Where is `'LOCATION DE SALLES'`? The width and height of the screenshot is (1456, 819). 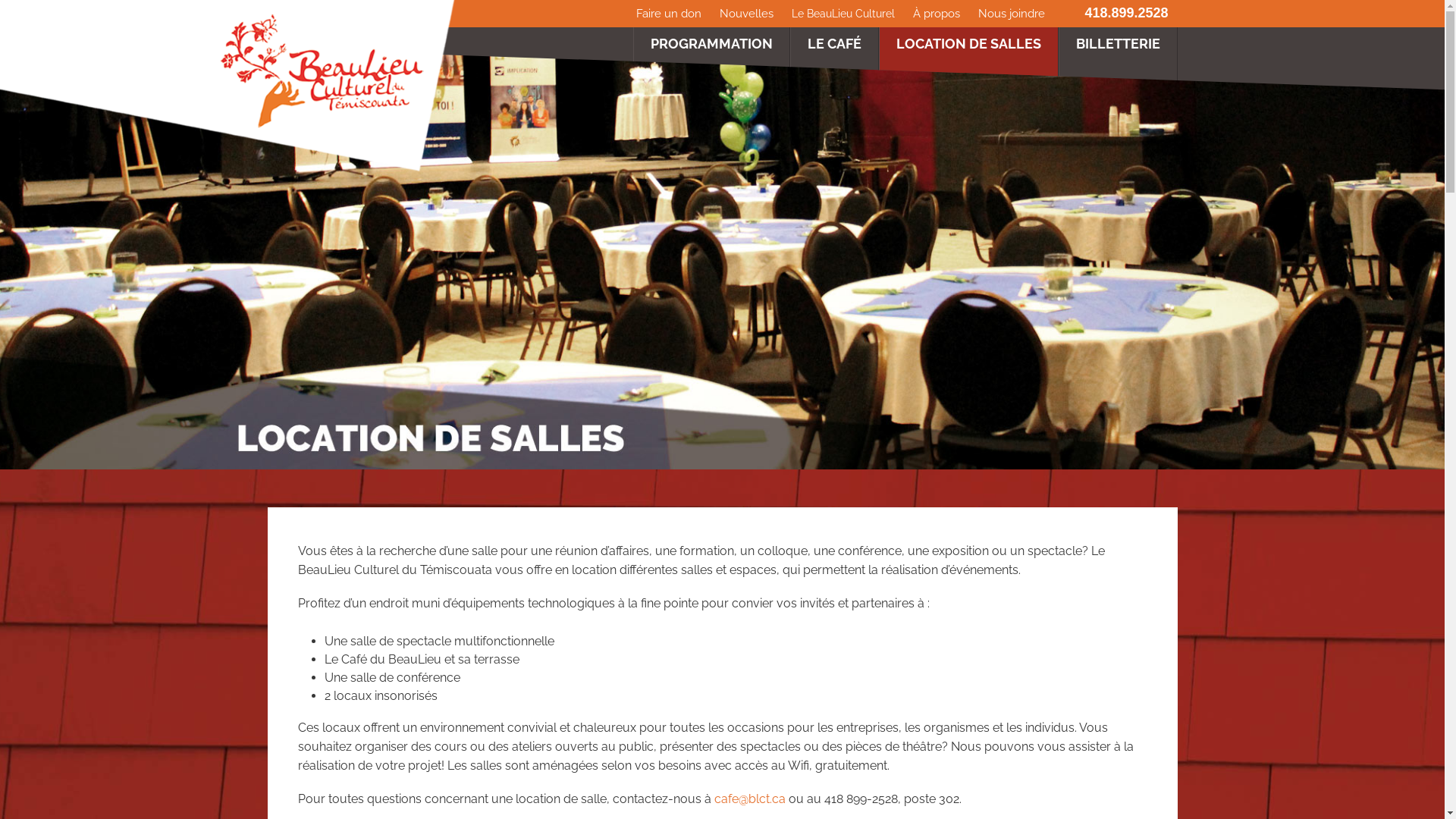
'LOCATION DE SALLES' is located at coordinates (880, 57).